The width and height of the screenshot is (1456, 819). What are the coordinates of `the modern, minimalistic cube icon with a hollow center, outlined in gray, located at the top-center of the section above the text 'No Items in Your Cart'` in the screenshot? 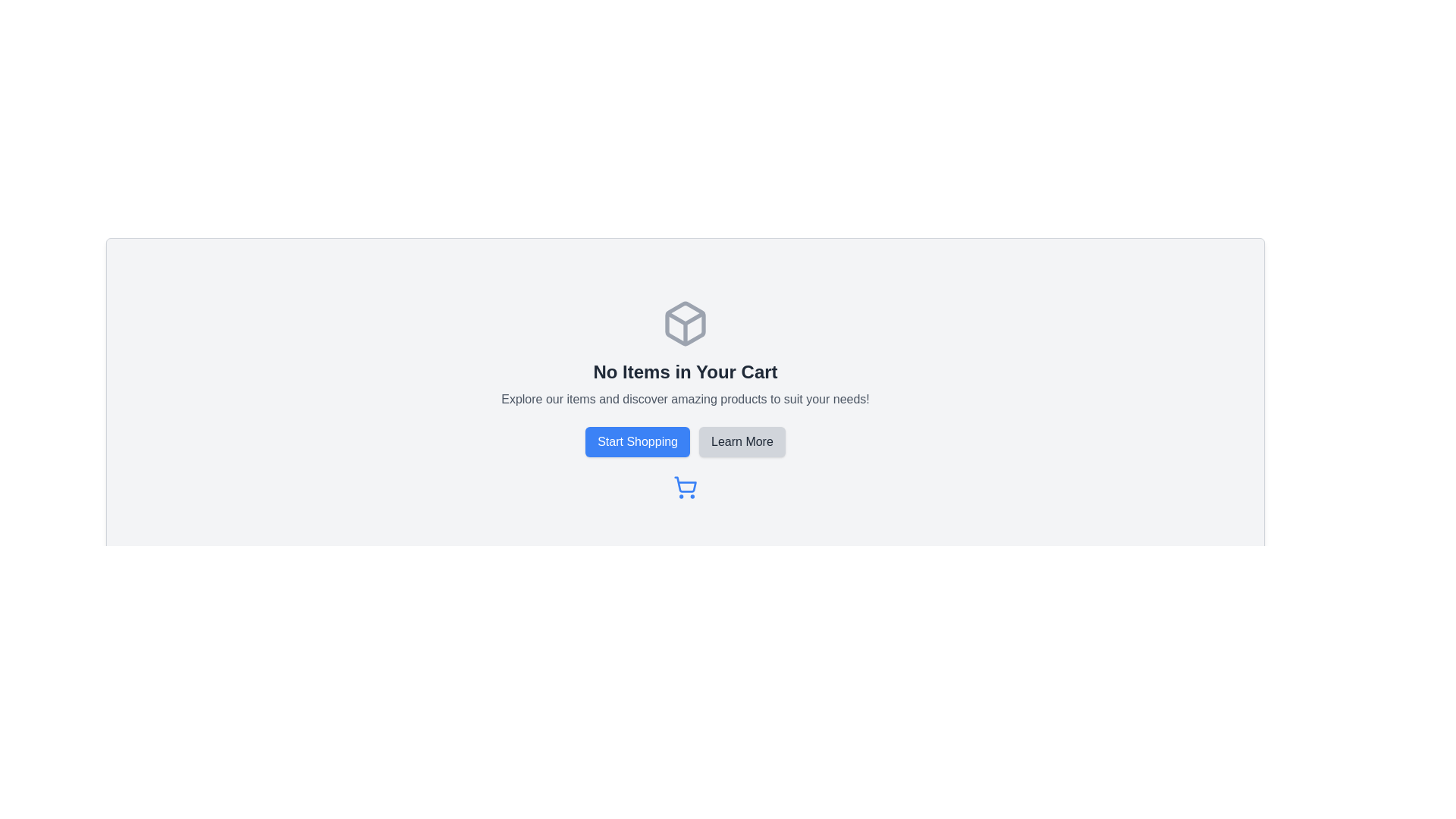 It's located at (684, 323).